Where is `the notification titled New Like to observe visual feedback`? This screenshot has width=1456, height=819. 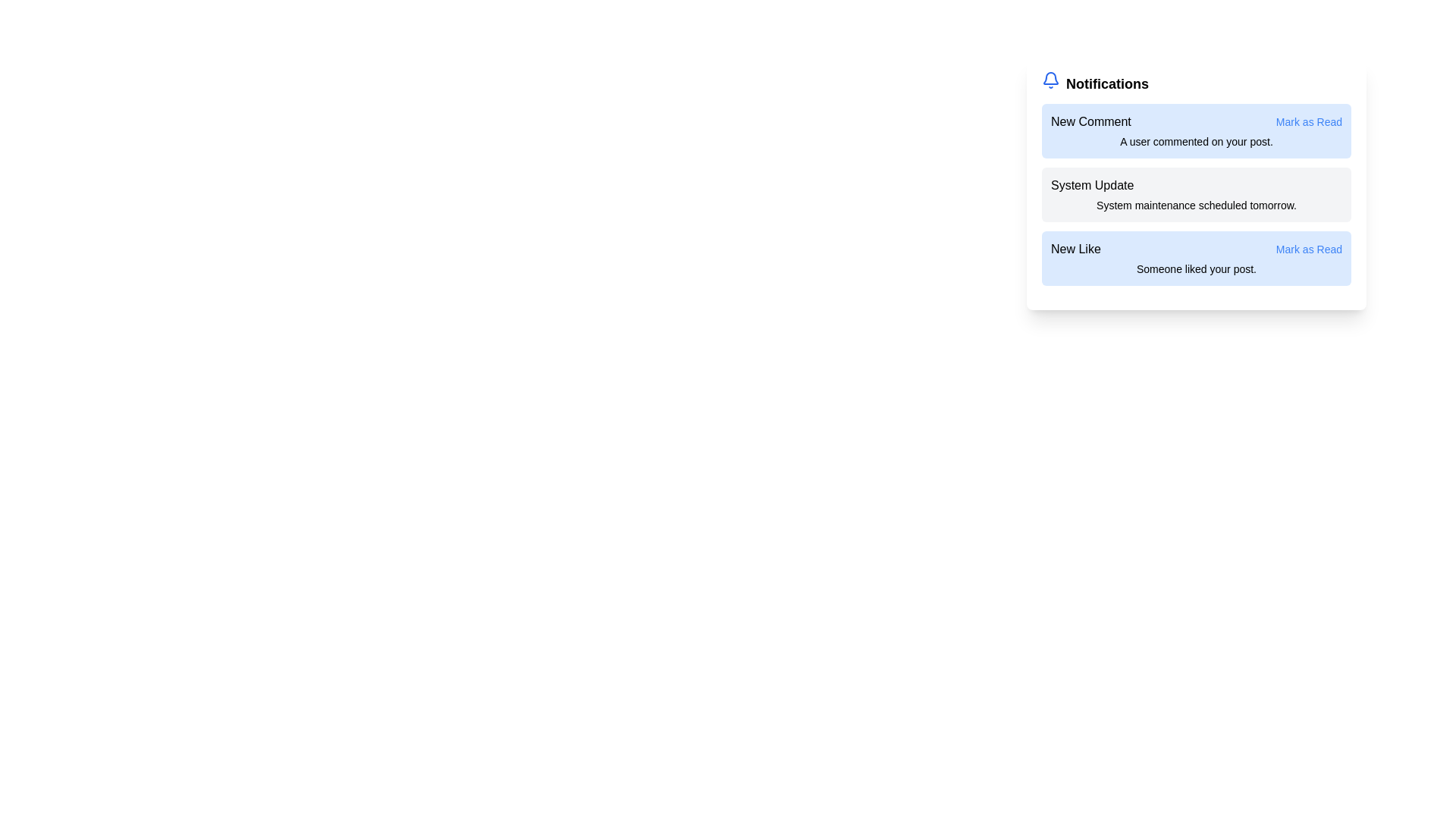 the notification titled New Like to observe visual feedback is located at coordinates (1196, 257).